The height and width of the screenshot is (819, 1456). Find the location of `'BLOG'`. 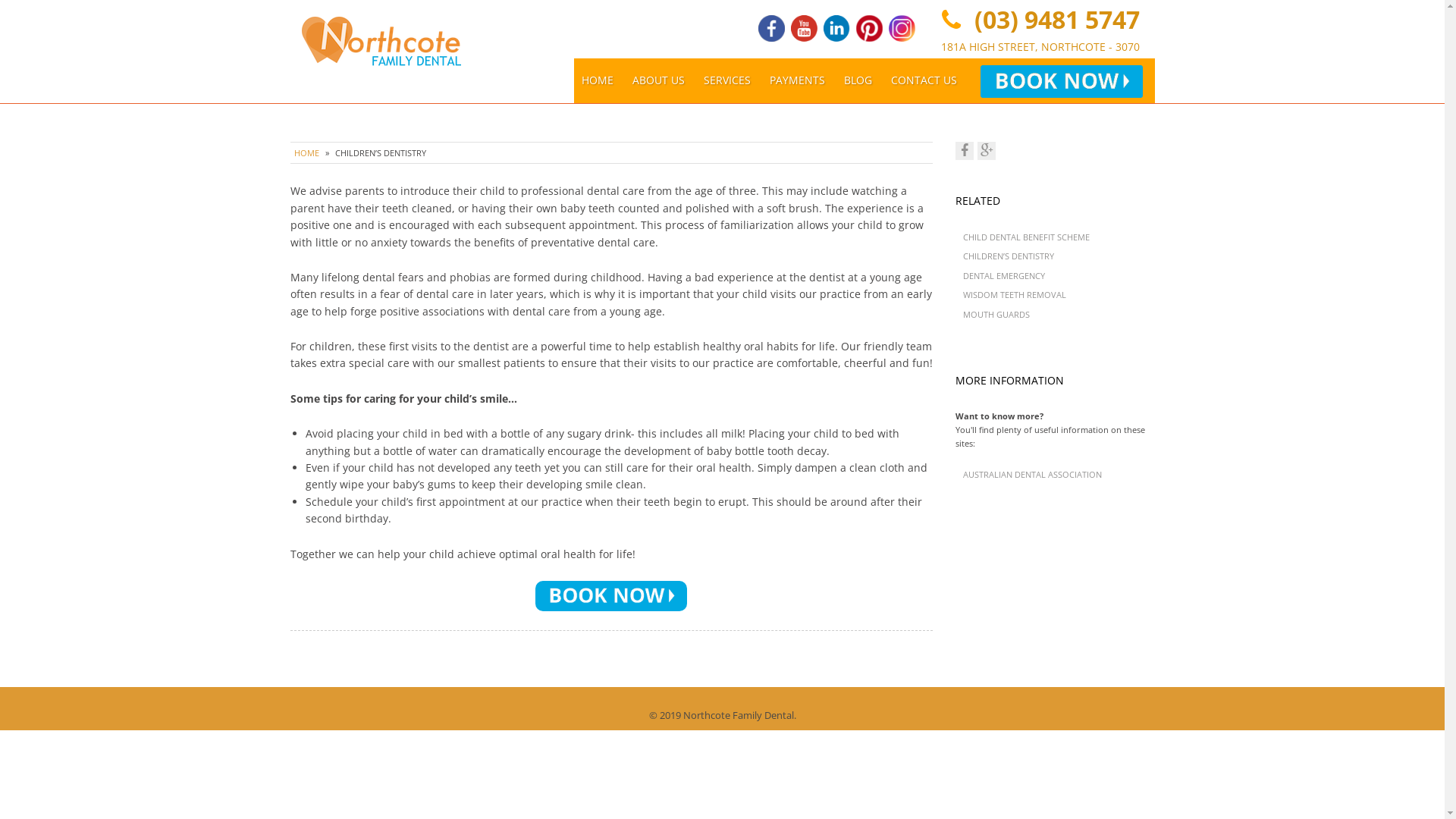

'BLOG' is located at coordinates (858, 80).